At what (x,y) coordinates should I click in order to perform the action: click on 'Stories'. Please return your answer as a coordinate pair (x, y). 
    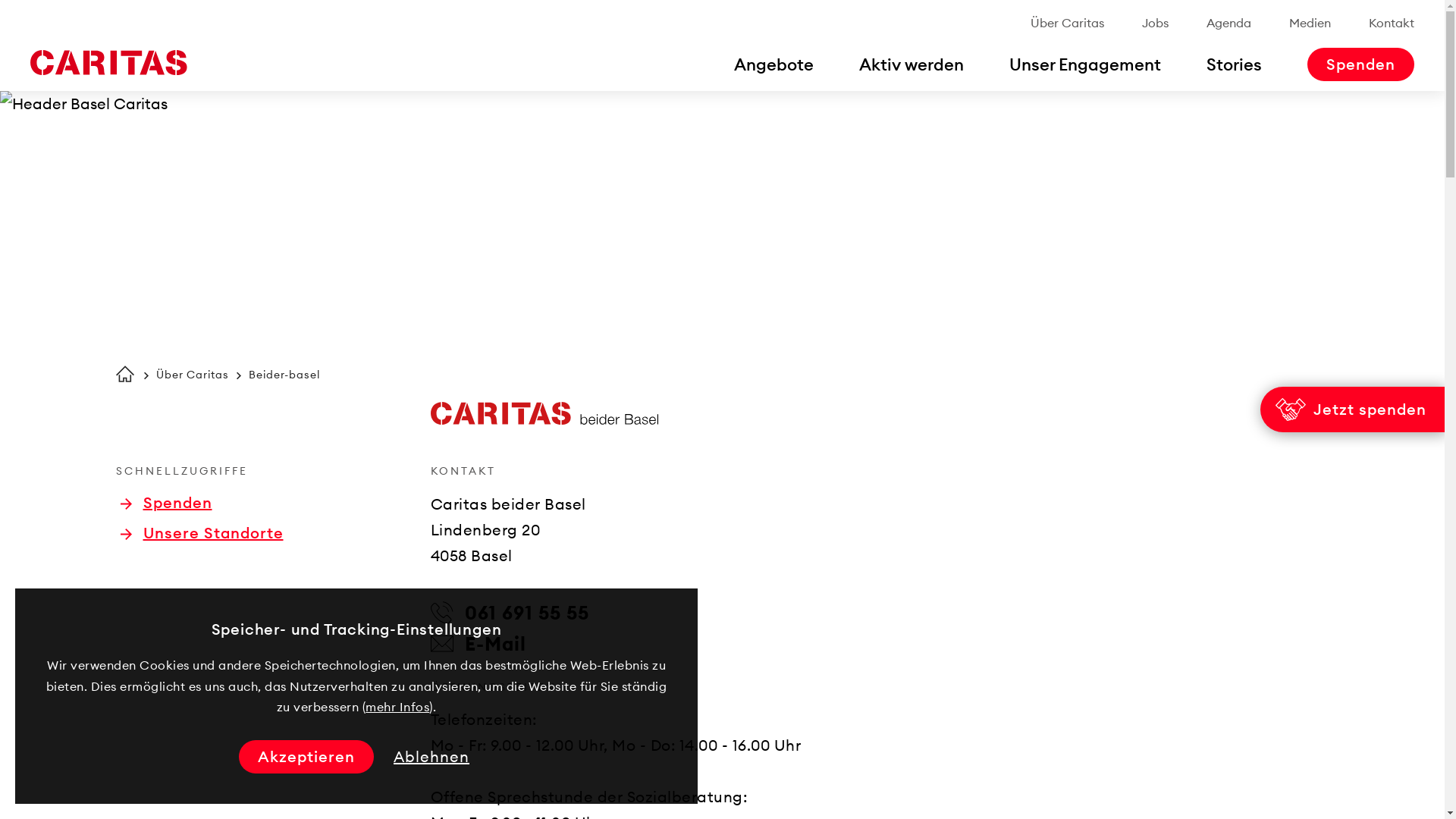
    Looking at the image, I should click on (1234, 63).